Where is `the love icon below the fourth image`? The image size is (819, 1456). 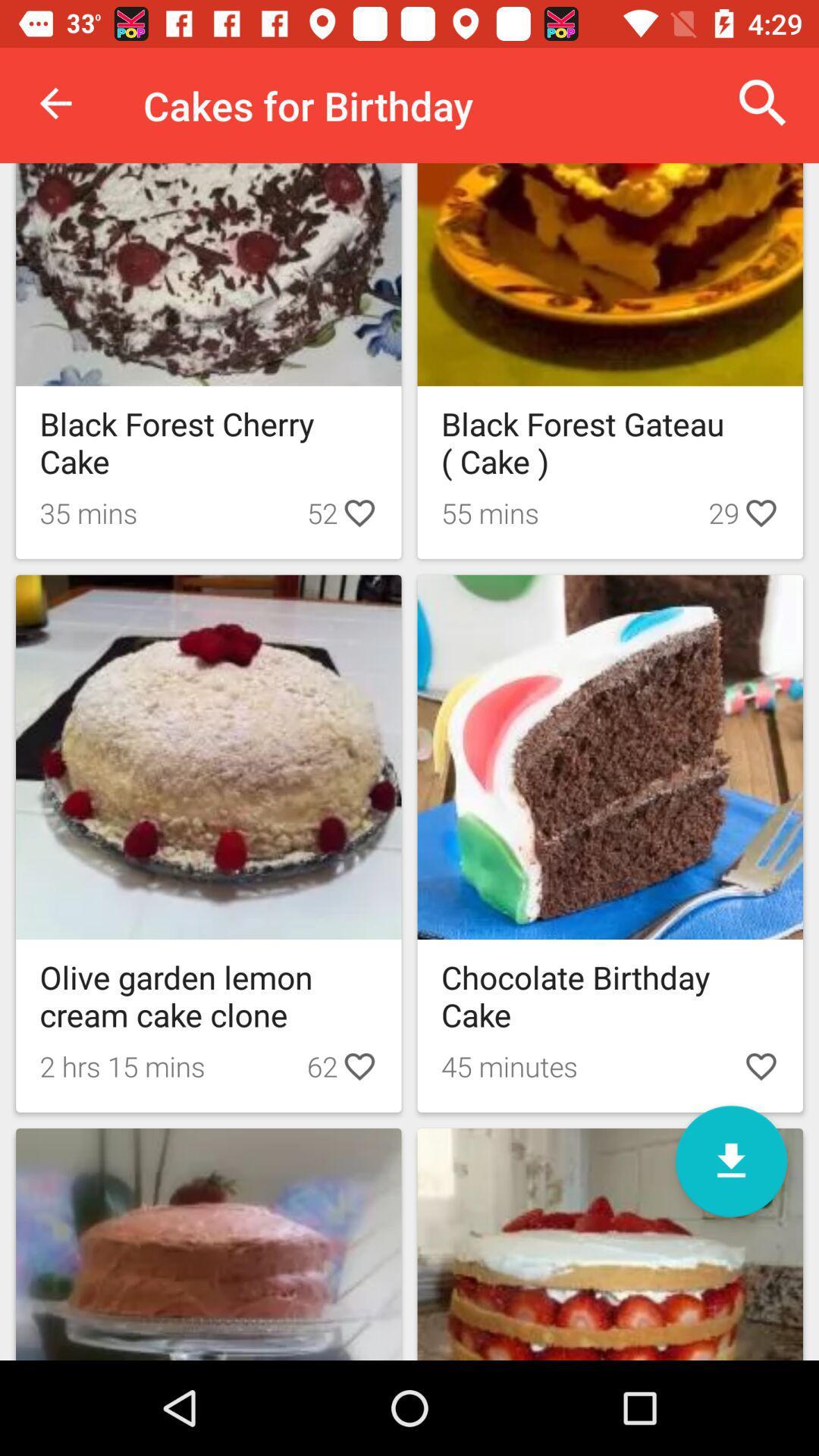
the love icon below the fourth image is located at coordinates (761, 1065).